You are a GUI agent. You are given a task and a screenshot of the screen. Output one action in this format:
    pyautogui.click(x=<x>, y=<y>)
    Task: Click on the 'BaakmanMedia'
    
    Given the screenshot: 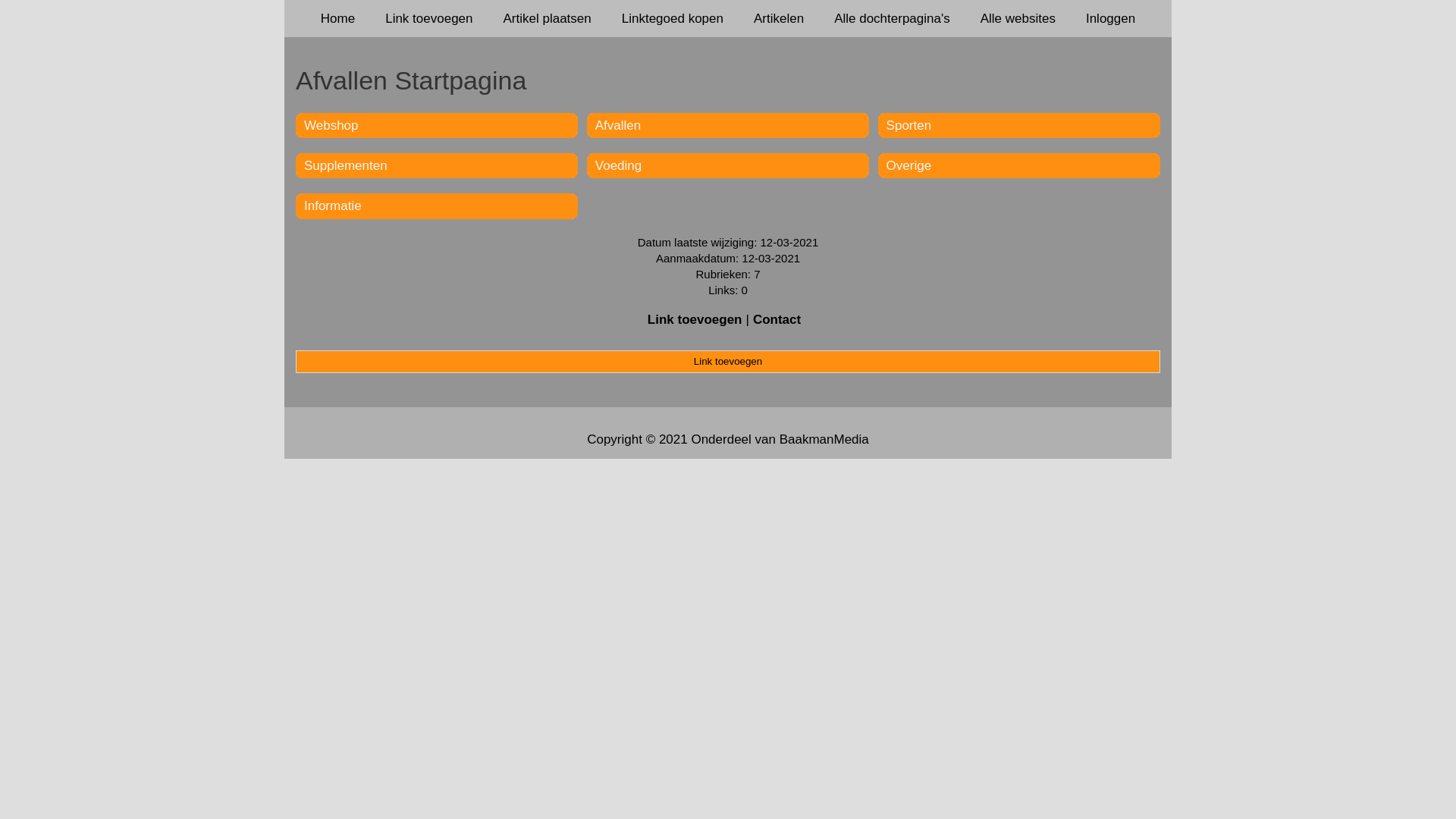 What is the action you would take?
    pyautogui.click(x=823, y=439)
    